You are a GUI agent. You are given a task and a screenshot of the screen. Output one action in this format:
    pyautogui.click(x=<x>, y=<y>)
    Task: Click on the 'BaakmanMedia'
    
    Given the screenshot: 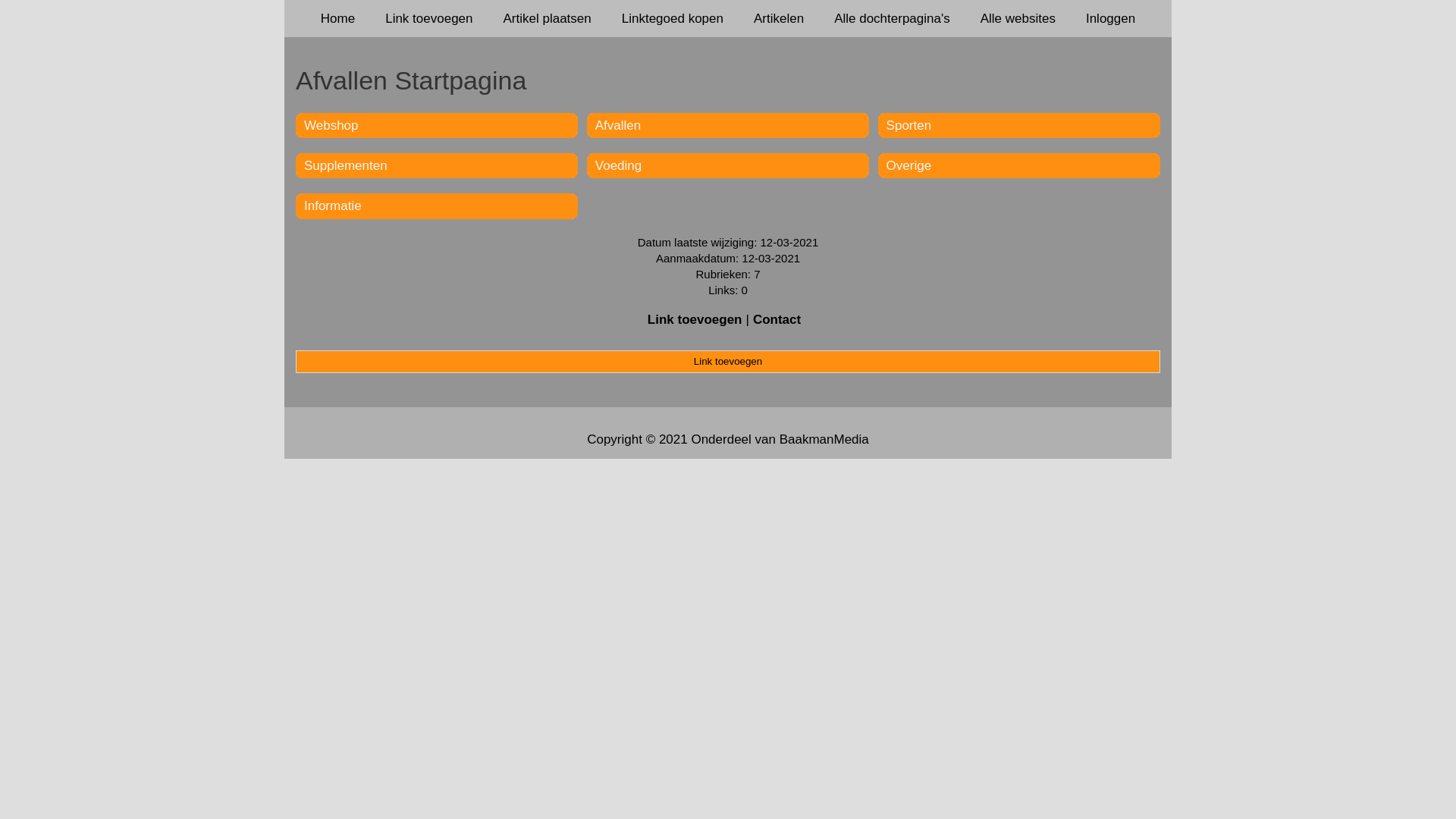 What is the action you would take?
    pyautogui.click(x=823, y=439)
    